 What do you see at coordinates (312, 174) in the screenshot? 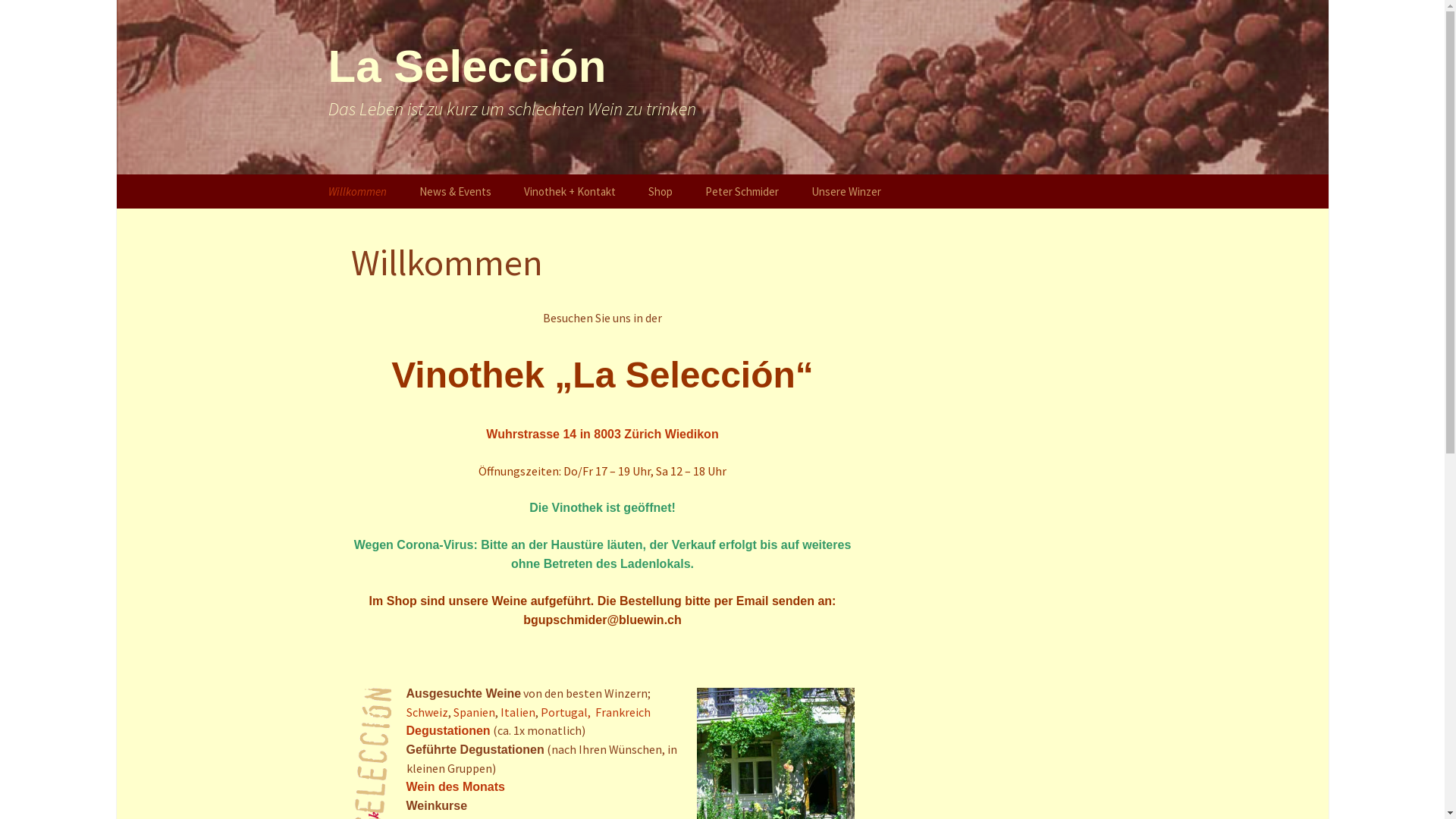
I see `'Zum Inhalt springen'` at bounding box center [312, 174].